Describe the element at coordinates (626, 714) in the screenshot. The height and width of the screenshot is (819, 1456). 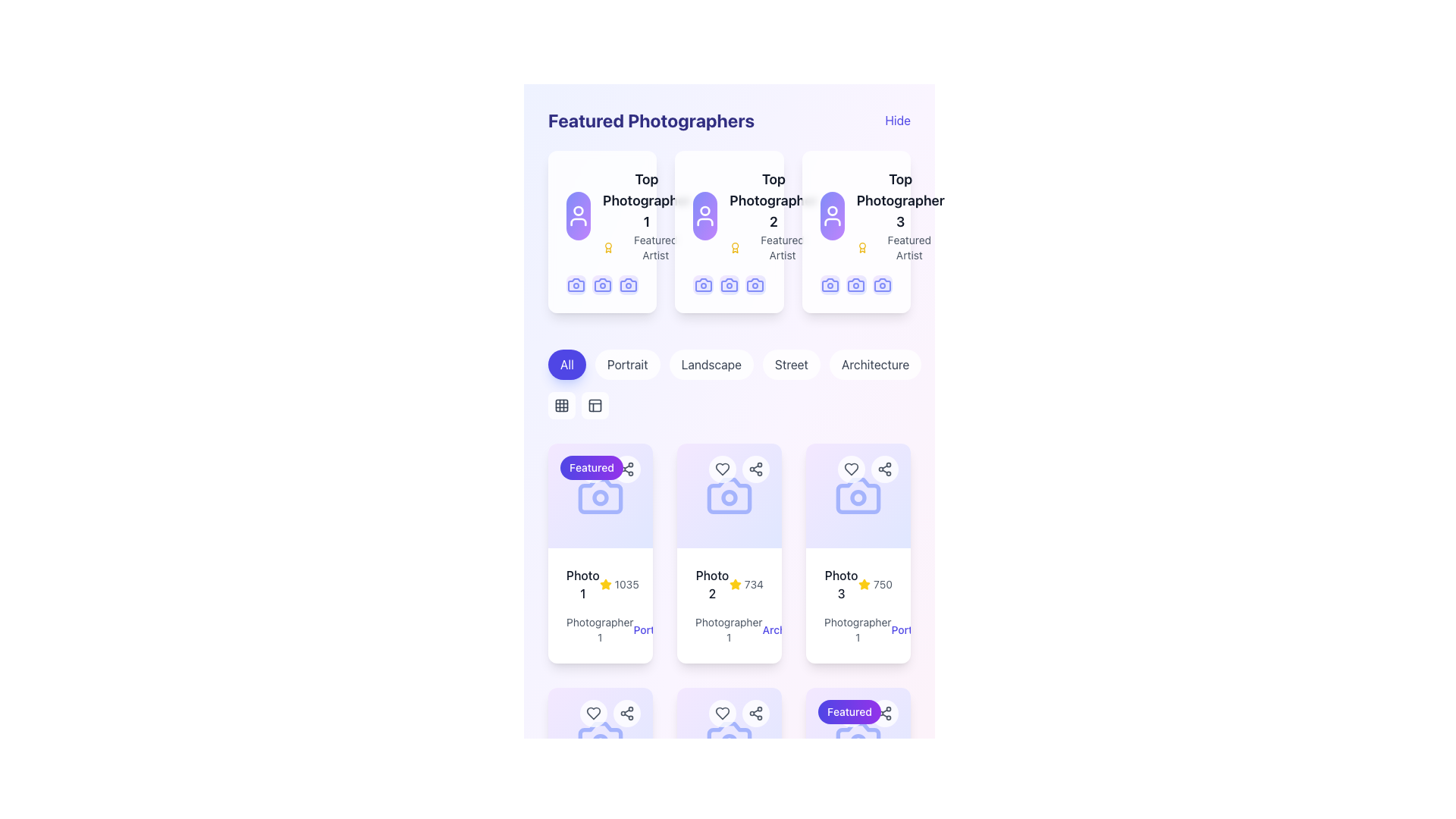
I see `the share icon located at the top-right corner of the 'Photo 2' entry` at that location.